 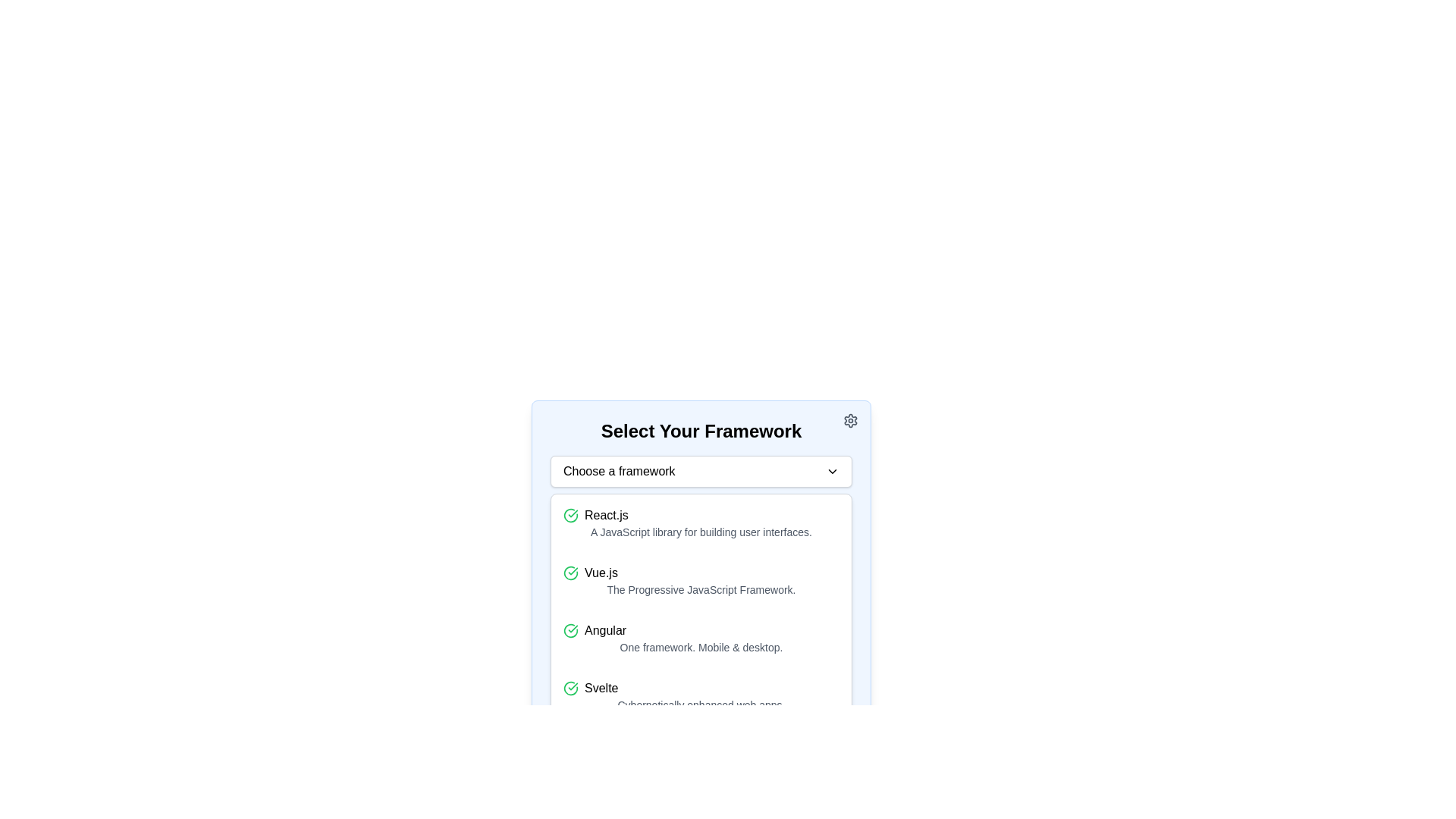 What do you see at coordinates (701, 647) in the screenshot?
I see `the text label that reads 'One framework. Mobile & desktop.' styled in a small gray font, located directly below the 'Angular' label` at bounding box center [701, 647].